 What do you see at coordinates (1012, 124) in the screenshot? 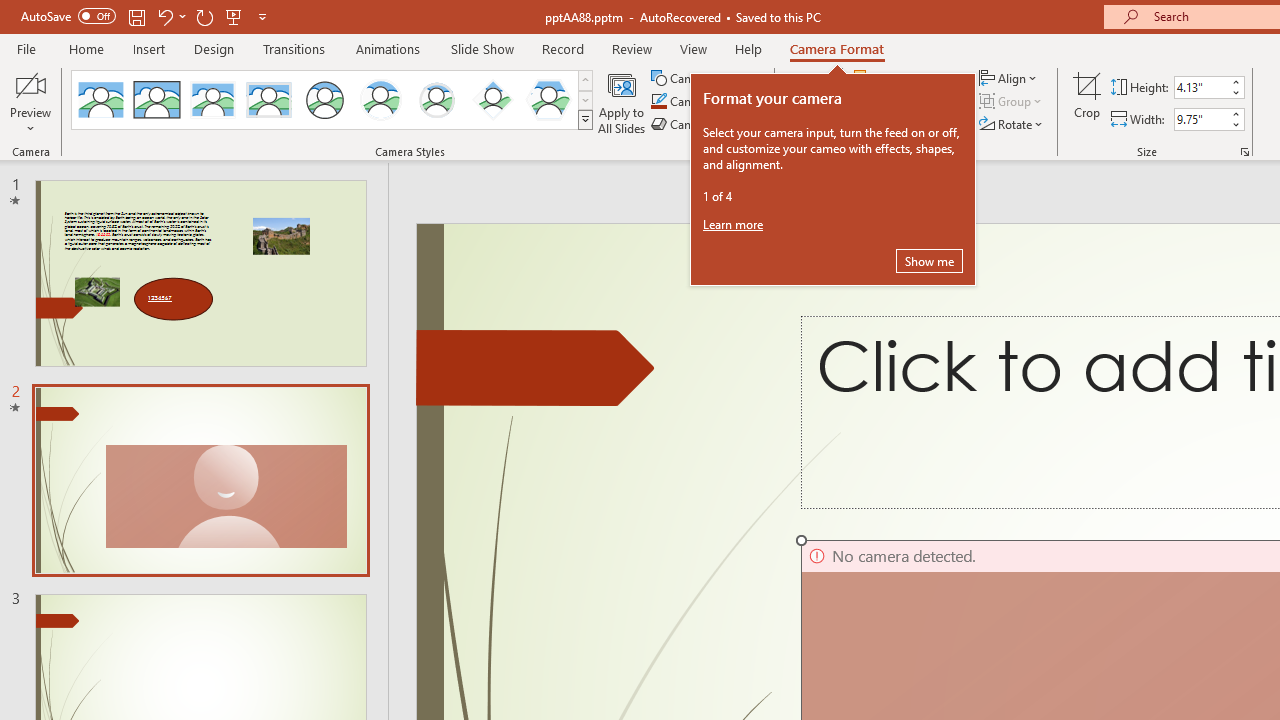
I see `'Rotate'` at bounding box center [1012, 124].